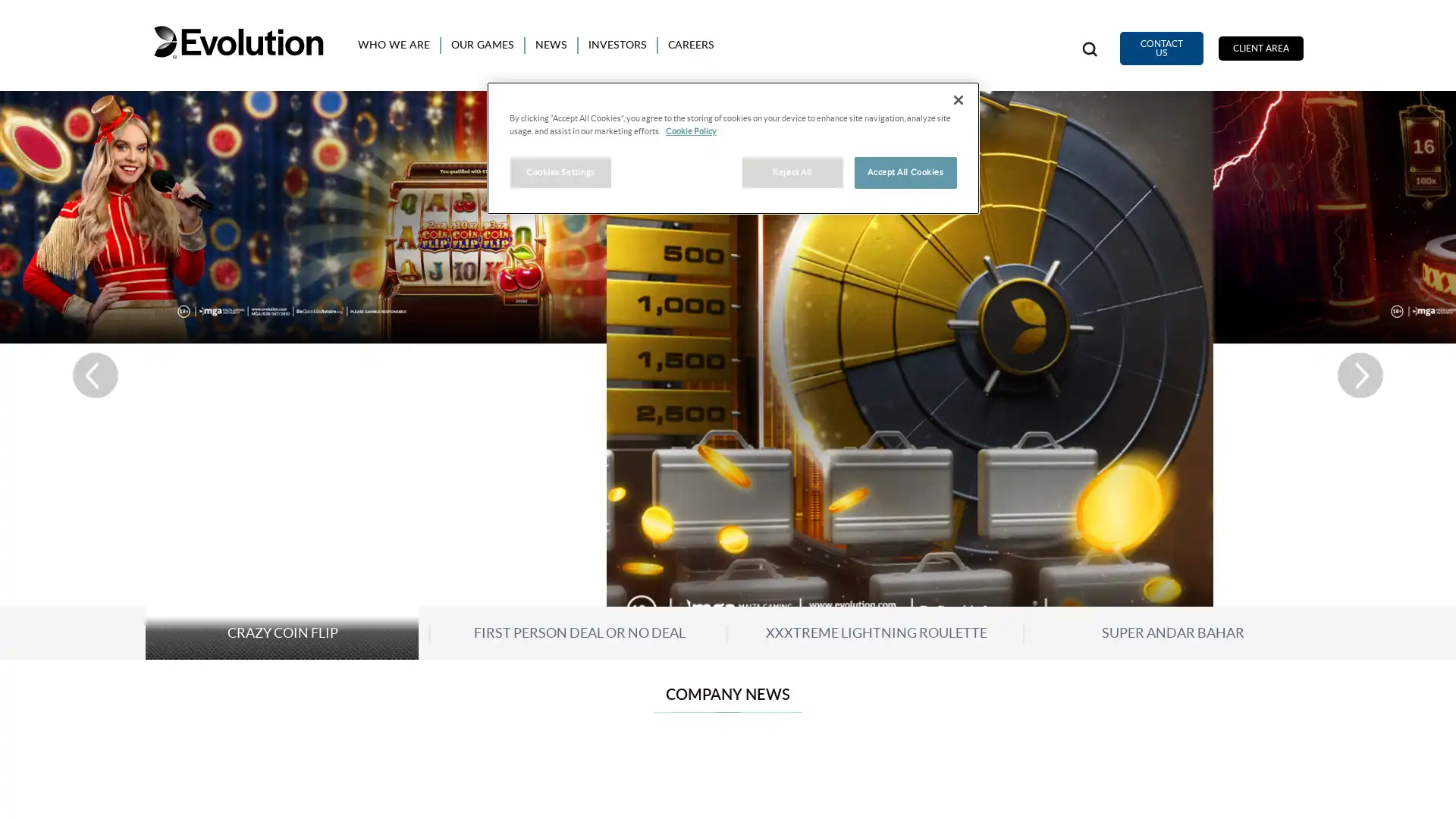 This screenshot has width=1456, height=819. Describe the element at coordinates (905, 171) in the screenshot. I see `Accept All Cookies` at that location.